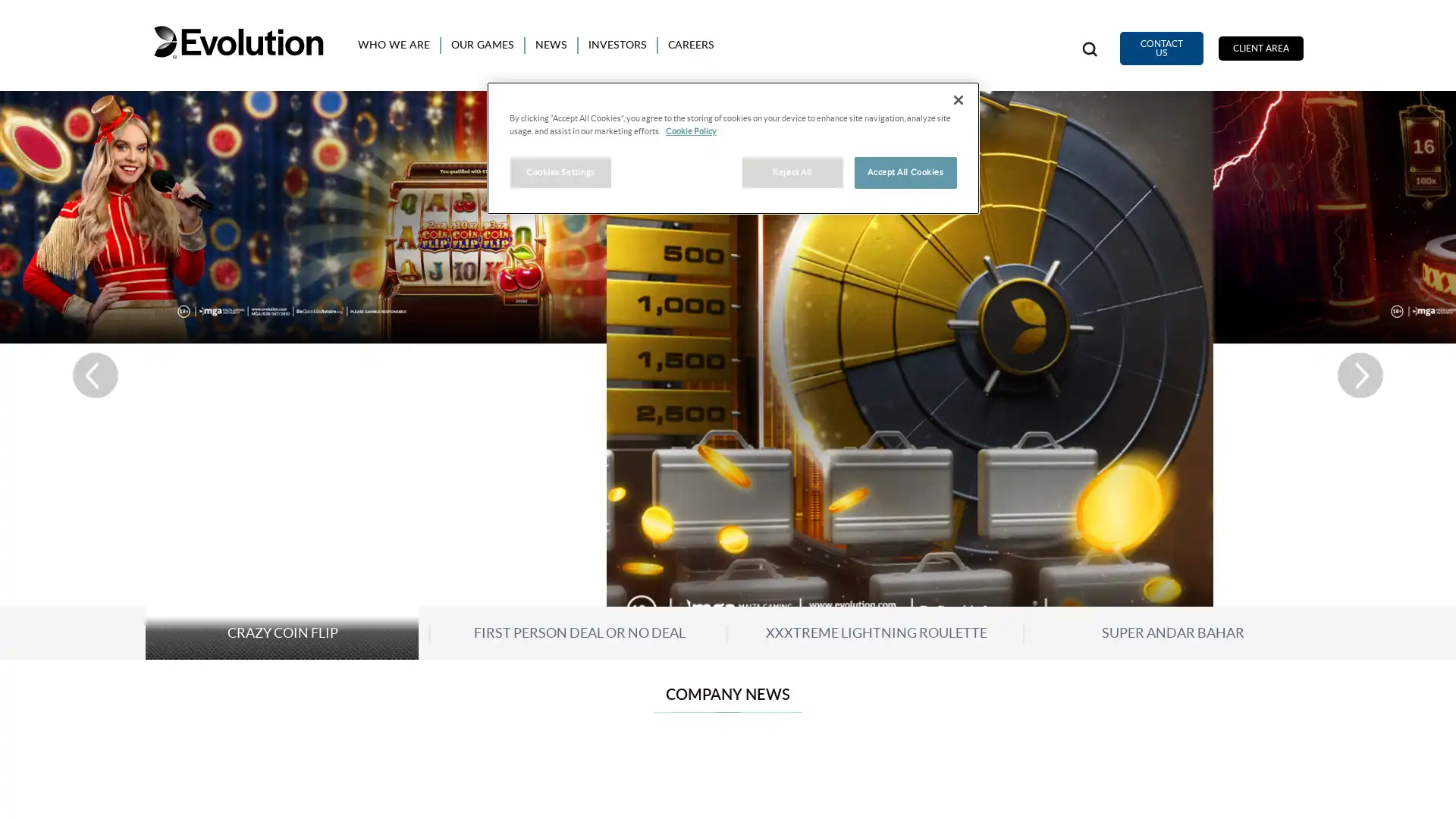 This screenshot has width=1456, height=819. Describe the element at coordinates (905, 171) in the screenshot. I see `Accept All Cookies` at that location.